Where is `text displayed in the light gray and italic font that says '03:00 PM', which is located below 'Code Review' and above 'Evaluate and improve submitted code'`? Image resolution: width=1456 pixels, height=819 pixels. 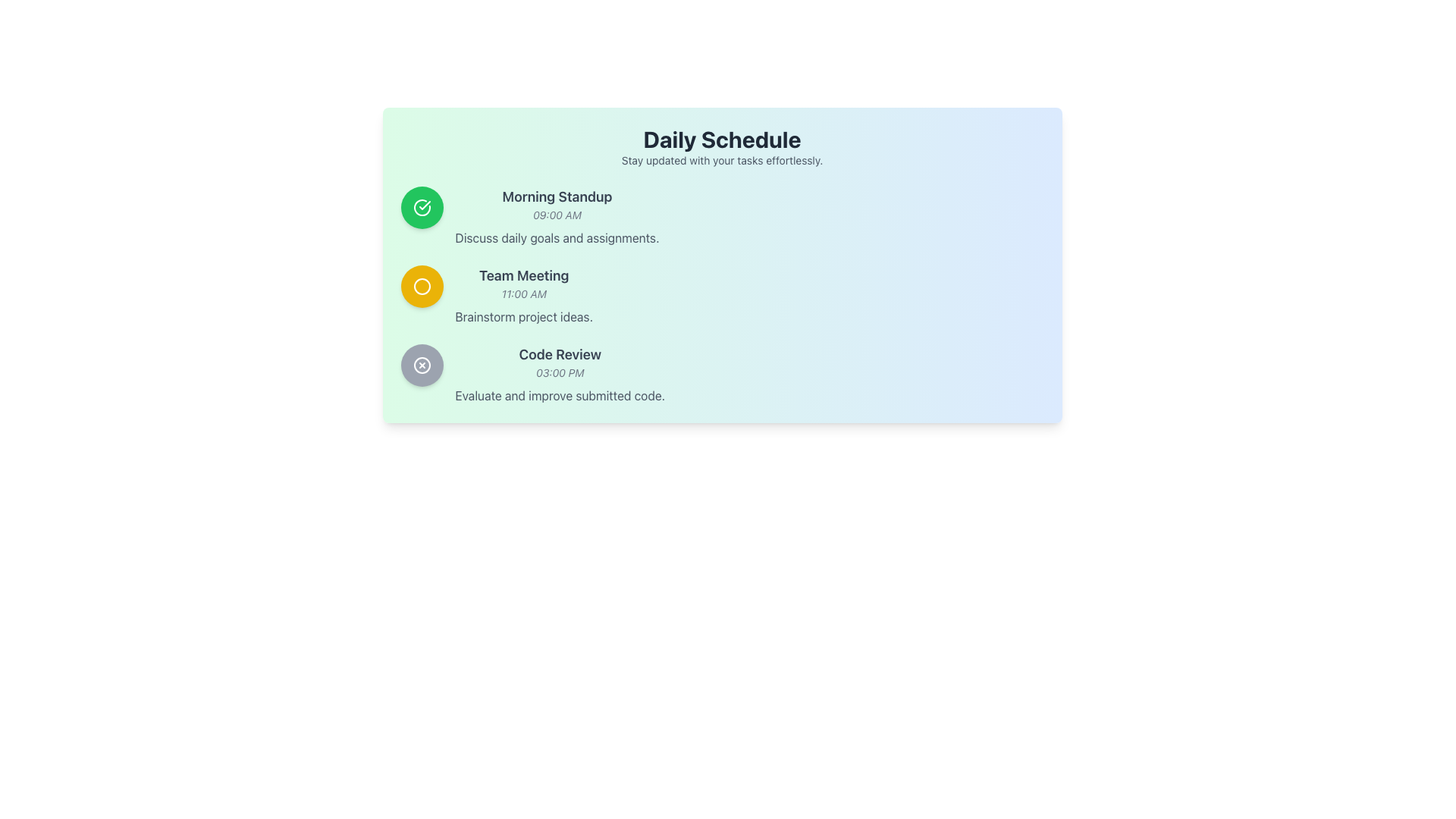 text displayed in the light gray and italic font that says '03:00 PM', which is located below 'Code Review' and above 'Evaluate and improve submitted code' is located at coordinates (559, 373).